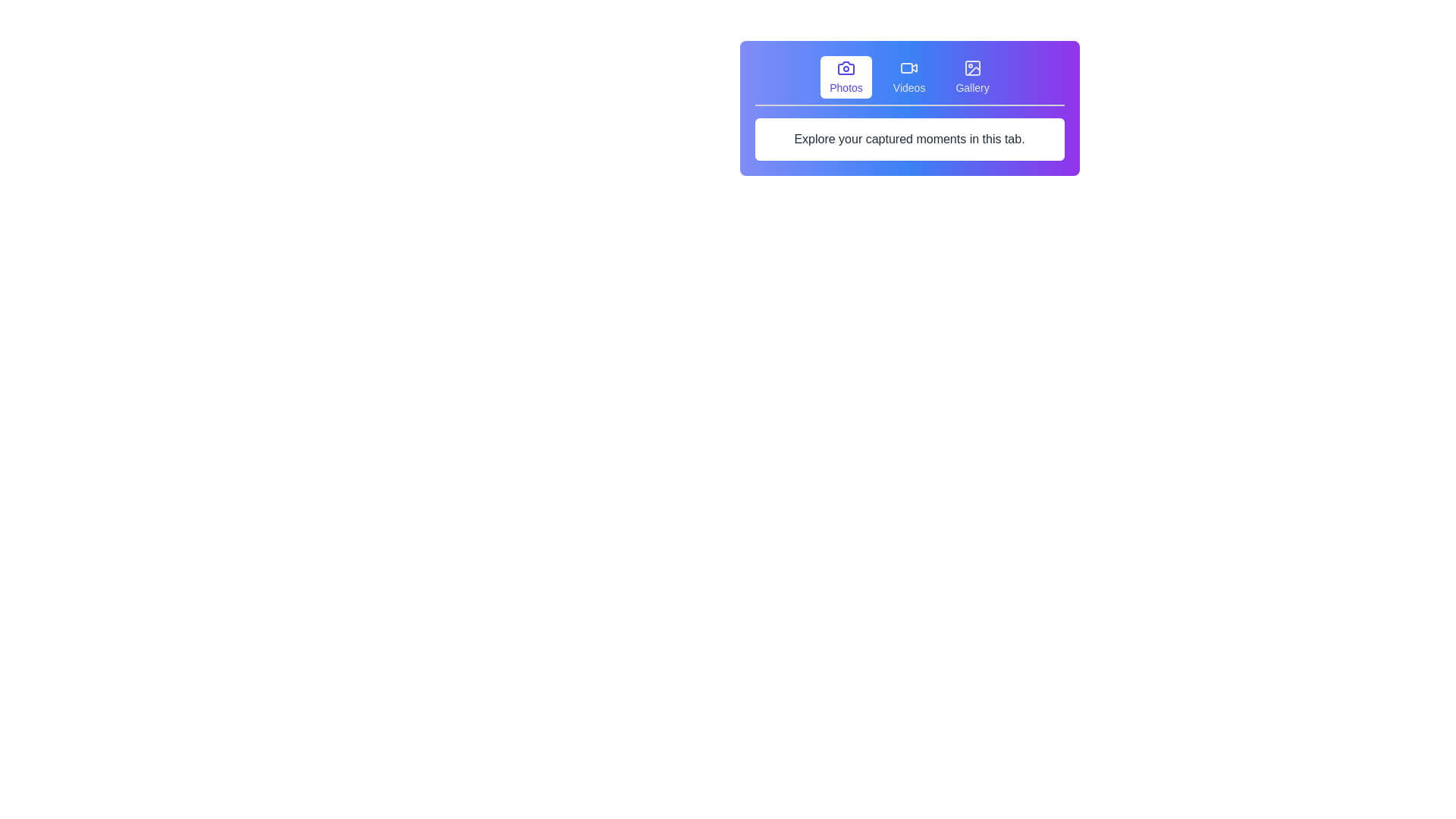  I want to click on the camera icon located at the center of the 'Photos' button in the top horizontal navigation bar, so click(846, 67).